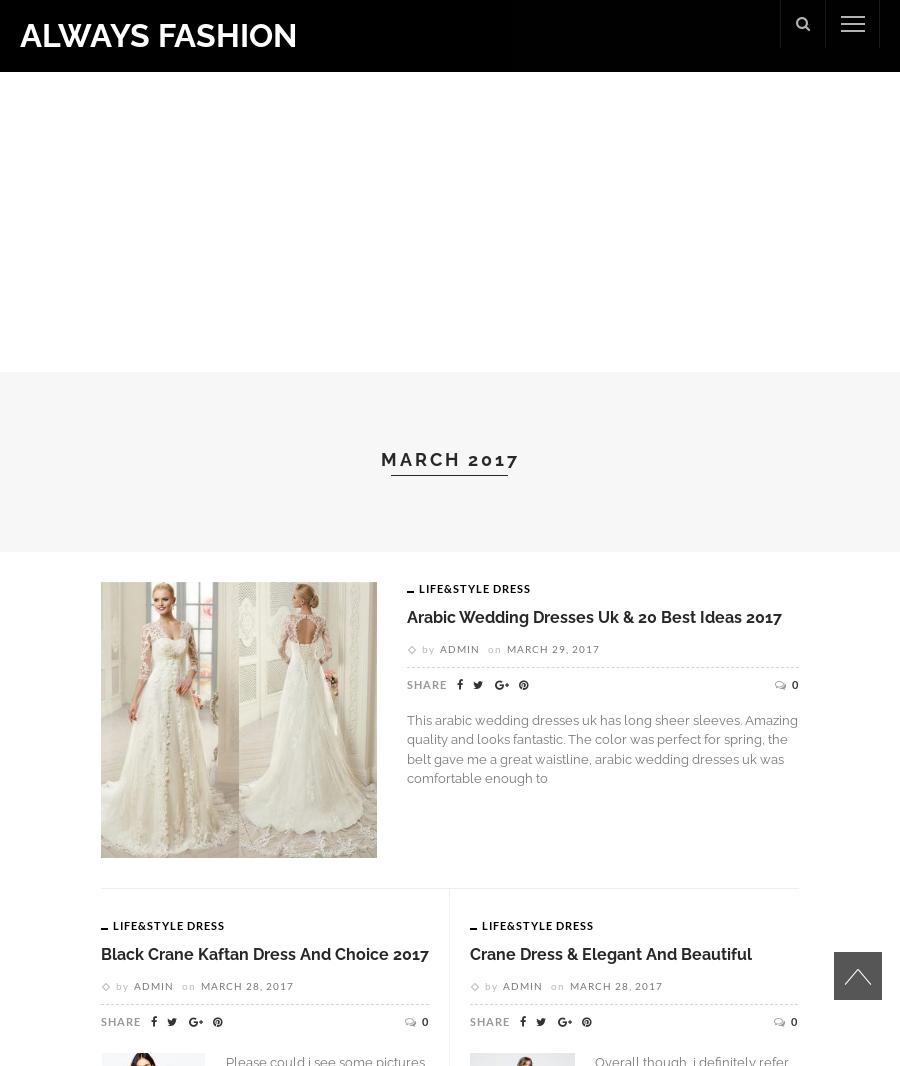 Image resolution: width=900 pixels, height=1066 pixels. What do you see at coordinates (263, 954) in the screenshot?
I see `'Black Crane Kaftan Dress And Choice 2017'` at bounding box center [263, 954].